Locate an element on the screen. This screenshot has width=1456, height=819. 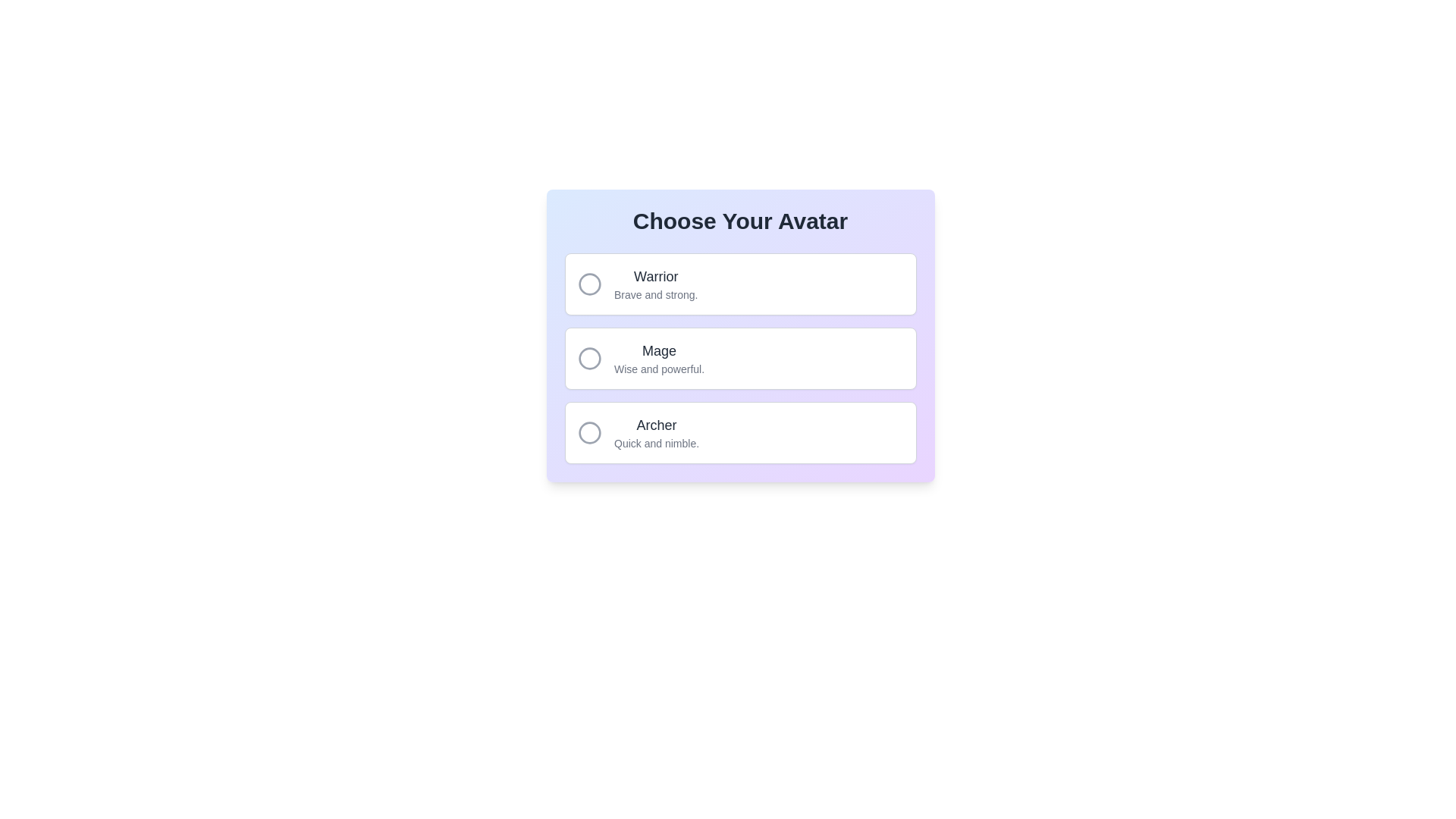
the circular icon representing the 'Archer' avatar, which is styled with a light gray outline and is positioned to the left of the text 'Archer' within its selectable card is located at coordinates (588, 432).